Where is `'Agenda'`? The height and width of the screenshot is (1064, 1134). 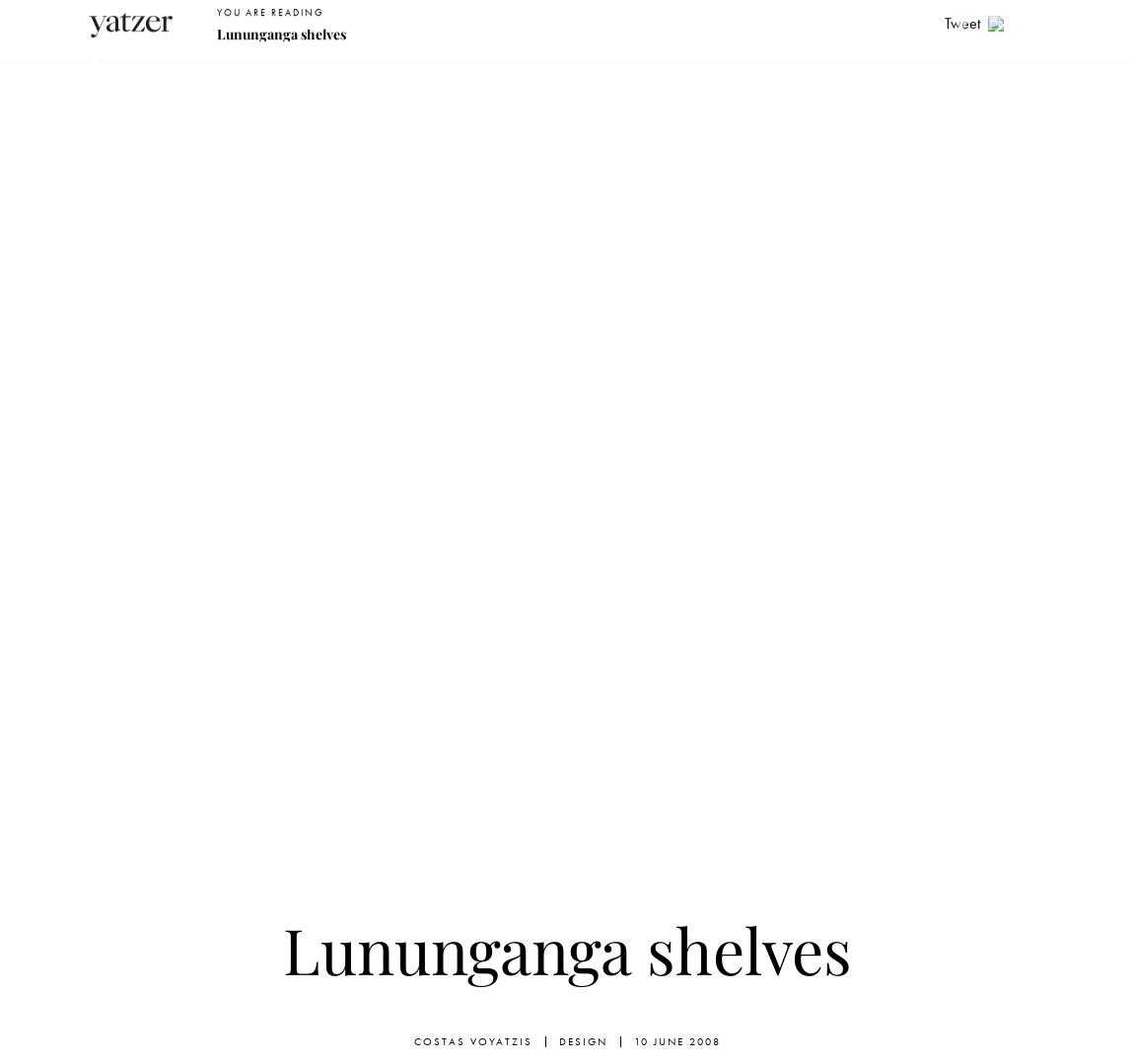 'Agenda' is located at coordinates (836, 72).